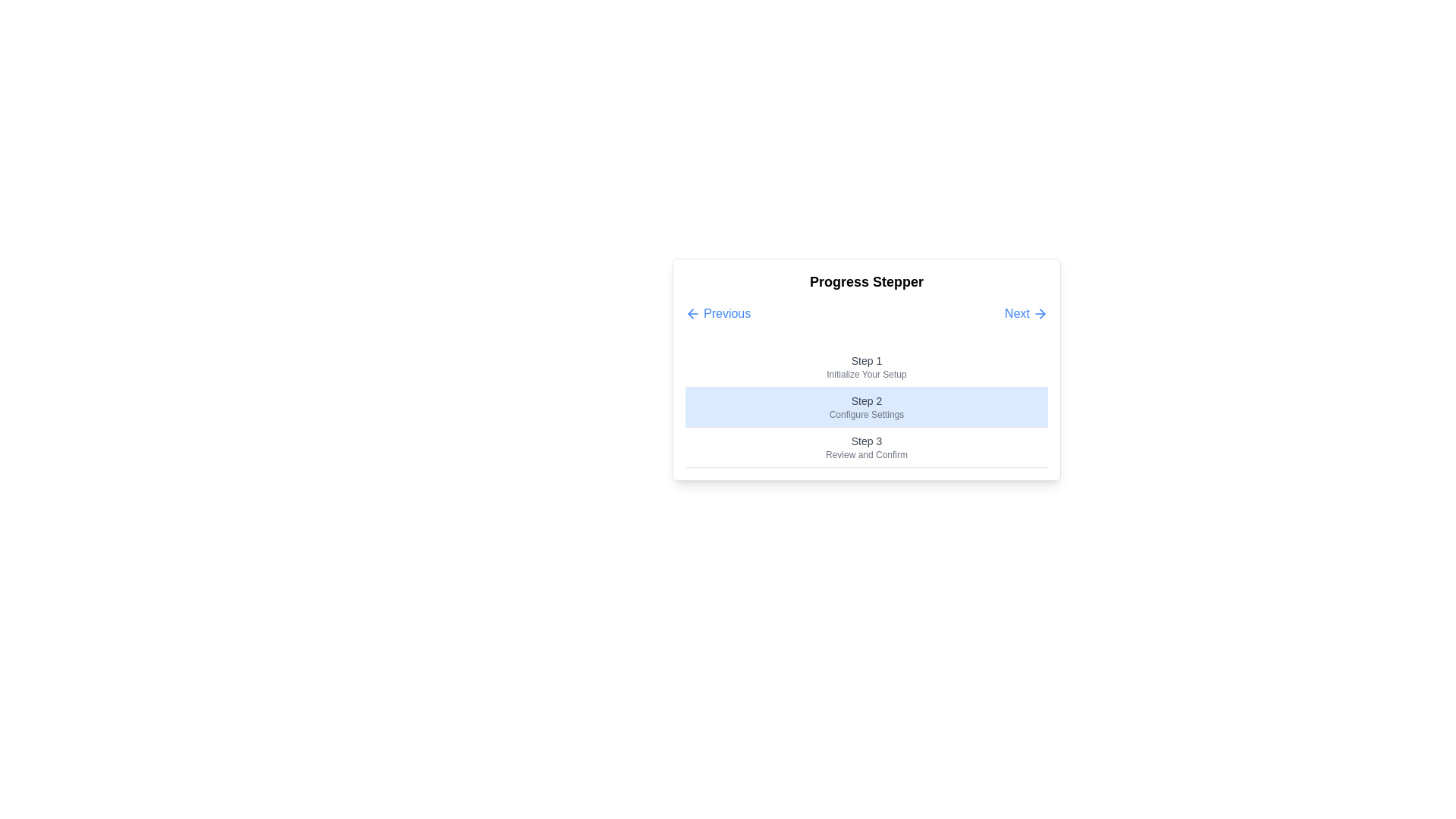 The width and height of the screenshot is (1456, 819). What do you see at coordinates (866, 441) in the screenshot?
I see `the static text label displaying 'Step 3' in gray, part of the progress stepper interface` at bounding box center [866, 441].